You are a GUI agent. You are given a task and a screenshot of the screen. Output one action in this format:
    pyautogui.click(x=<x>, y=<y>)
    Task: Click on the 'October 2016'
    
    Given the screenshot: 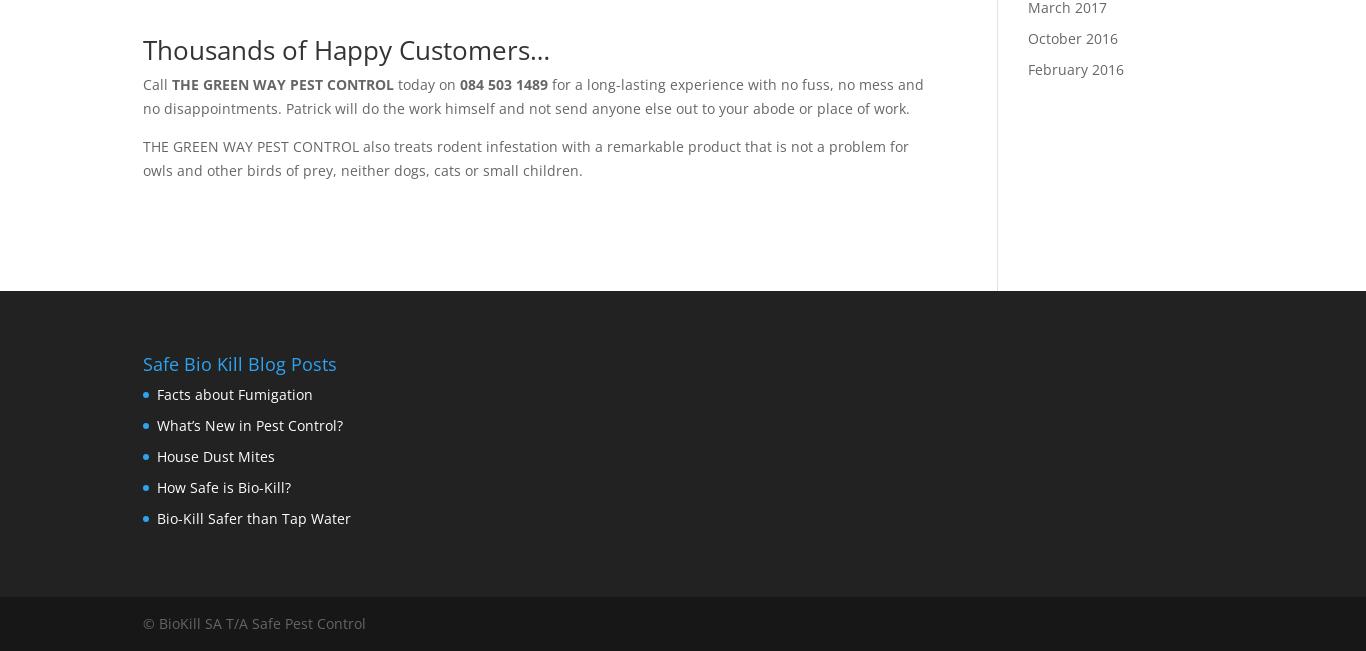 What is the action you would take?
    pyautogui.click(x=1071, y=37)
    